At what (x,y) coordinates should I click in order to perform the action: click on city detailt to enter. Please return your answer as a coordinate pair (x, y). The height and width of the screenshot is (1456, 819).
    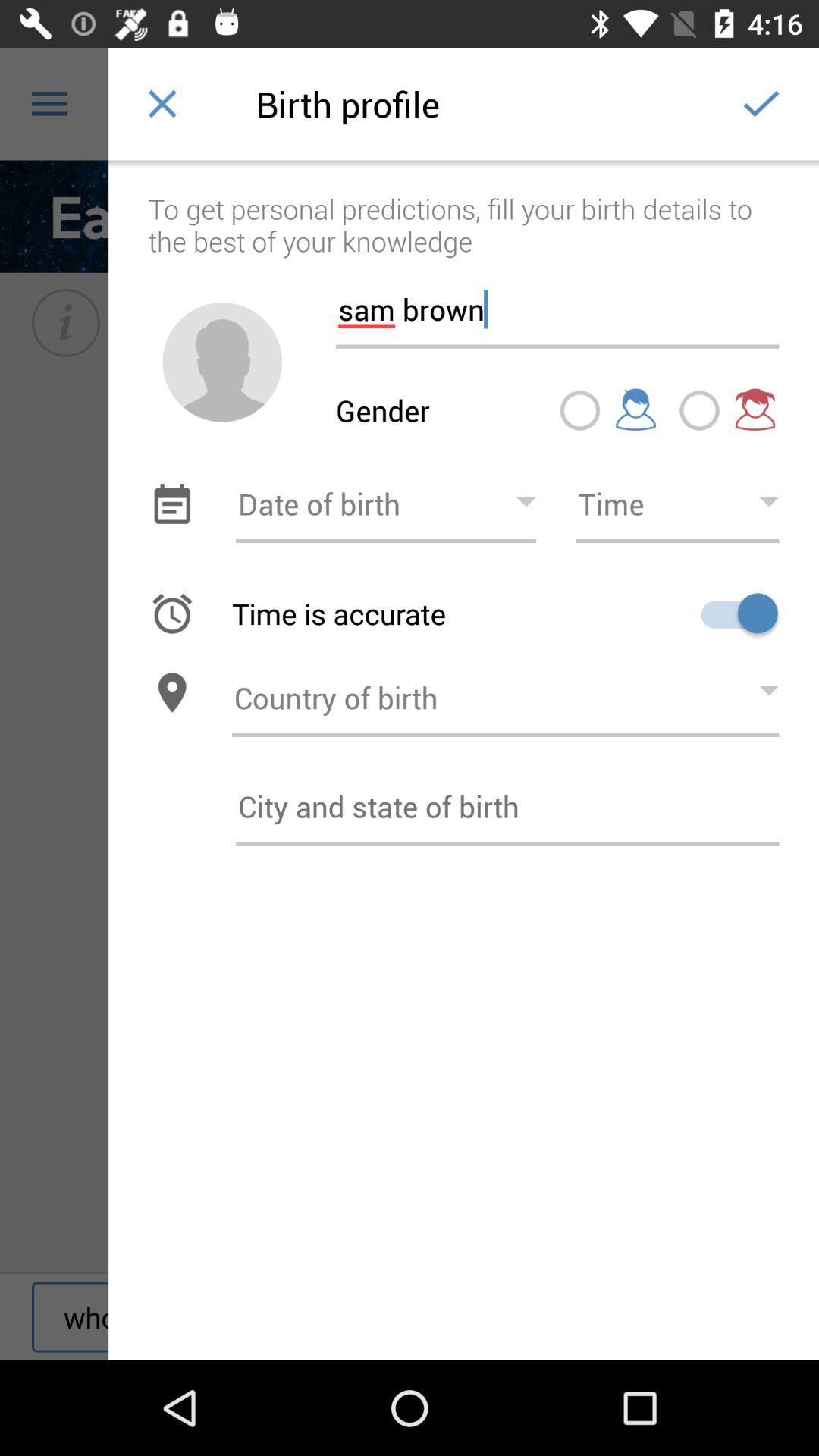
    Looking at the image, I should click on (507, 805).